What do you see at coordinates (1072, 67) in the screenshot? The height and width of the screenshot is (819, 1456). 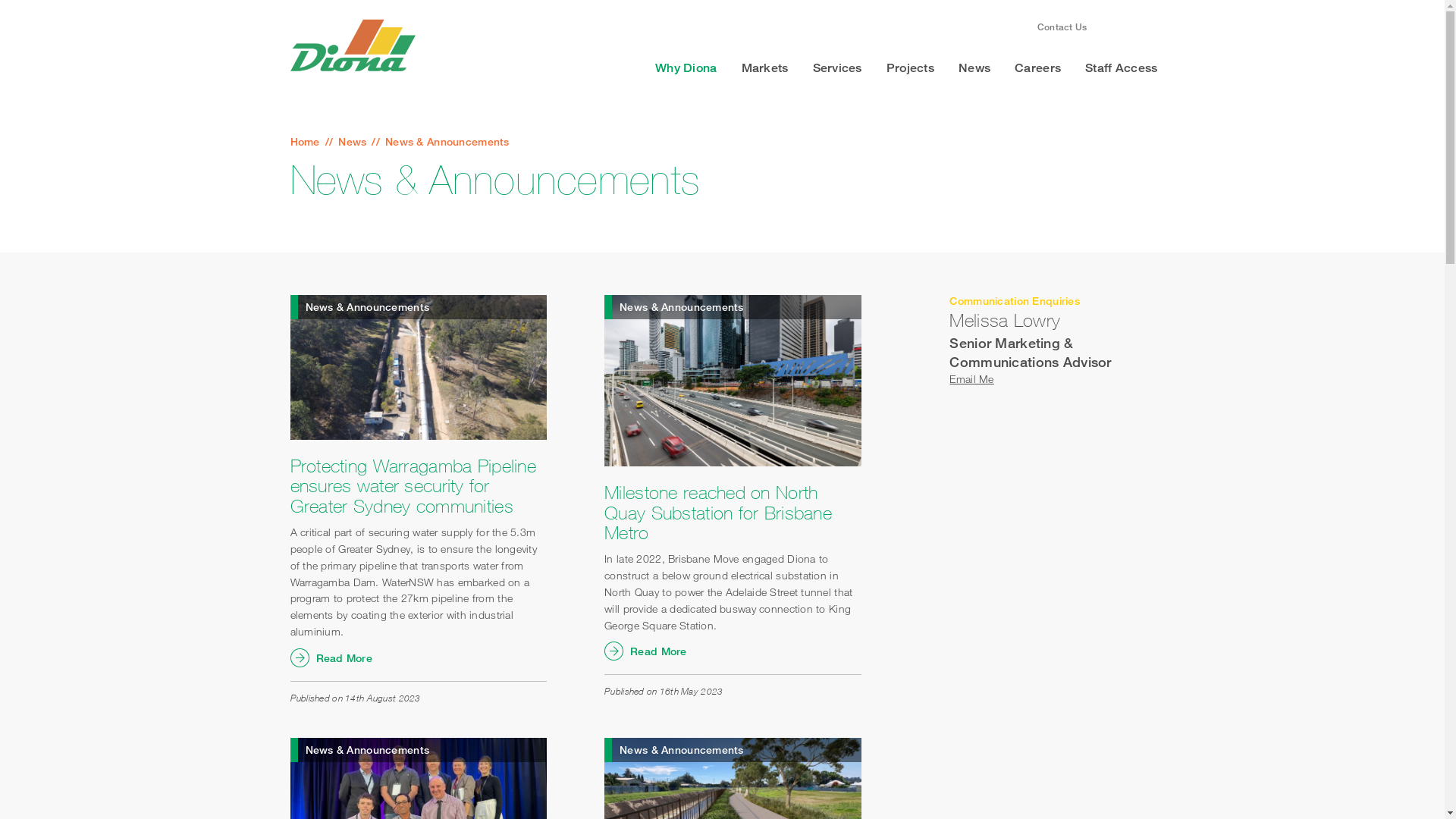 I see `'Staff Access'` at bounding box center [1072, 67].